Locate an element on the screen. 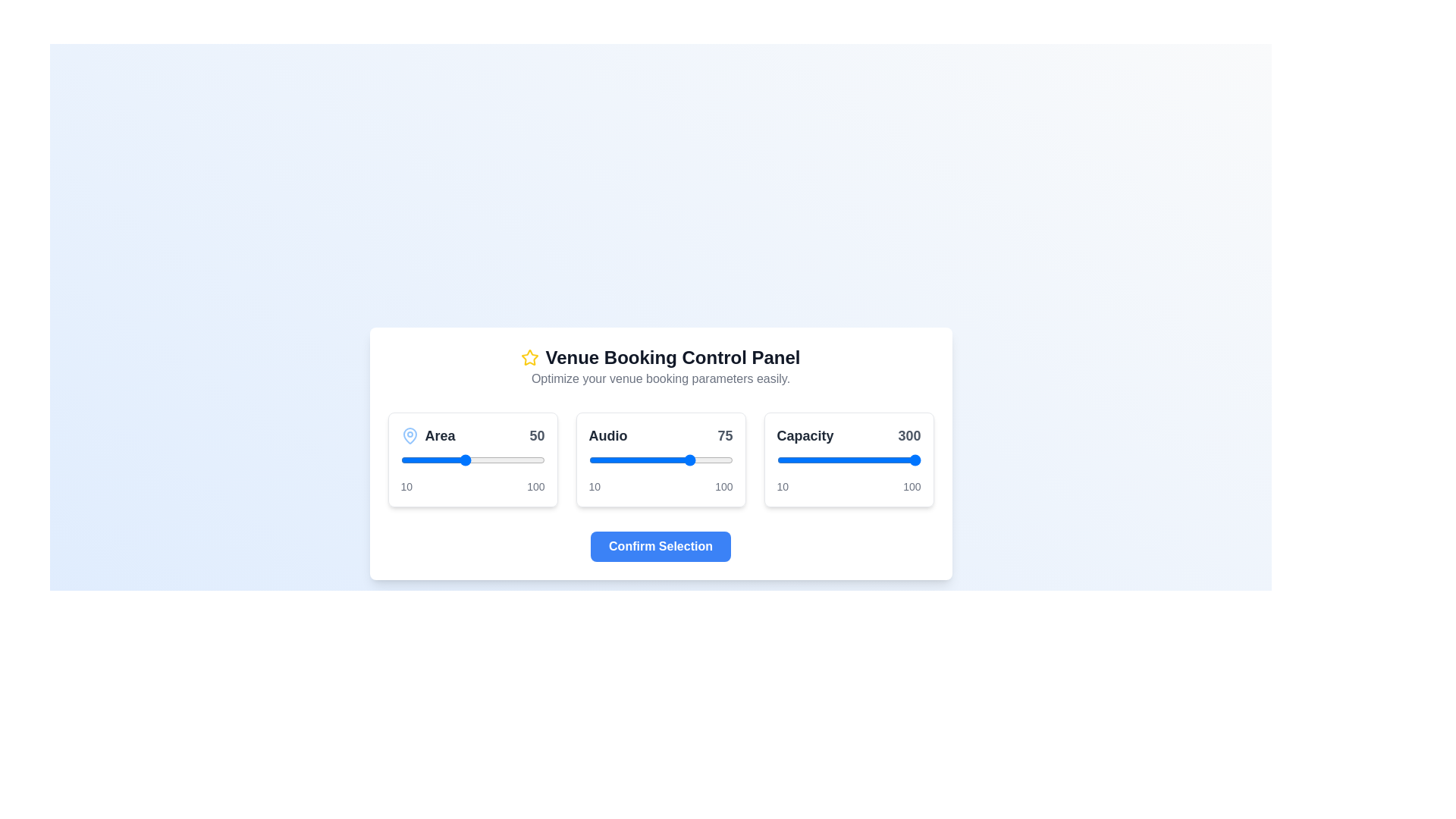  the Area slider is located at coordinates (422, 459).